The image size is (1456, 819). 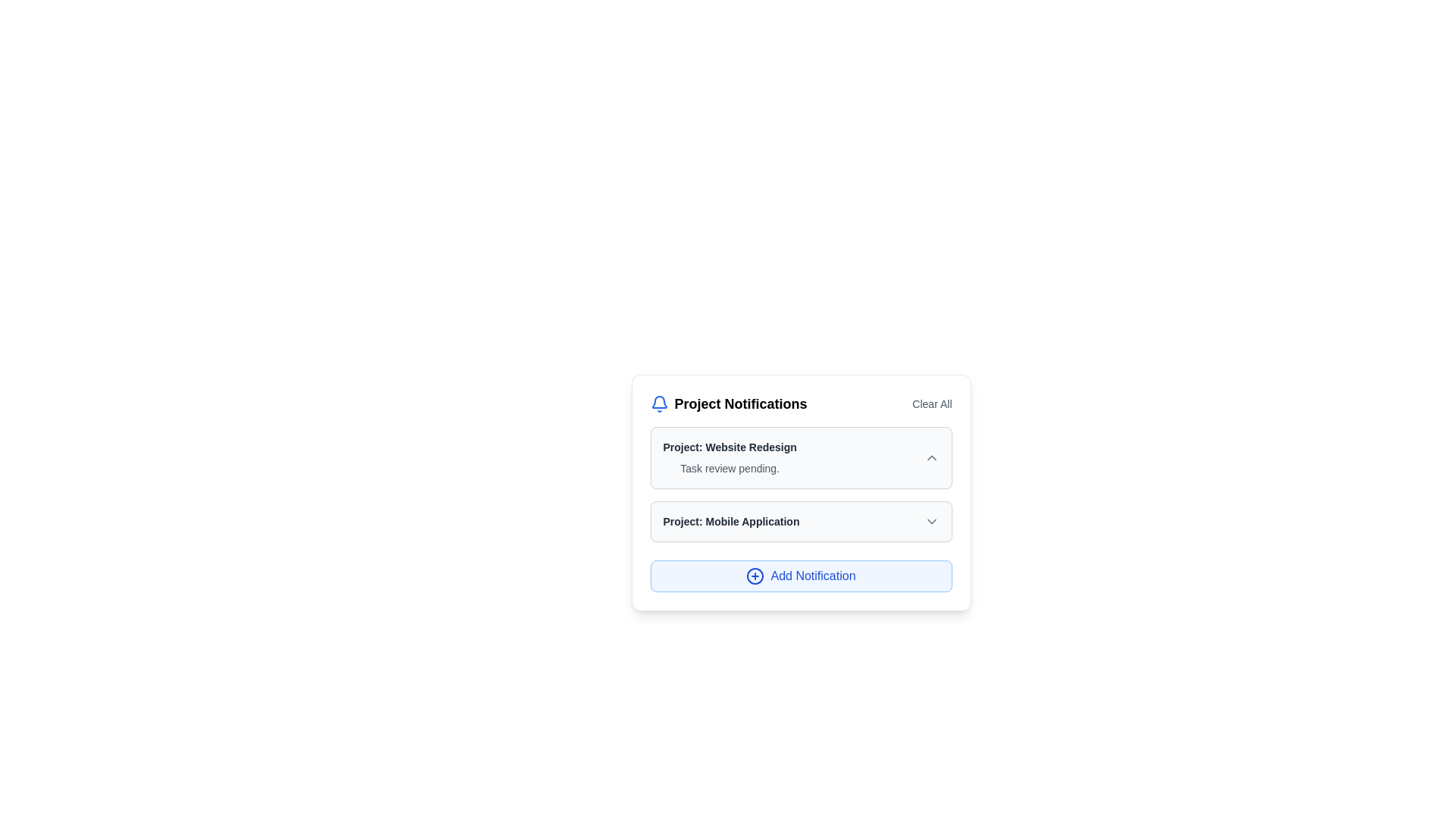 I want to click on information displayed in the text block that shows 'Project: Website Redesign' and 'Task review pending.', so click(x=730, y=457).